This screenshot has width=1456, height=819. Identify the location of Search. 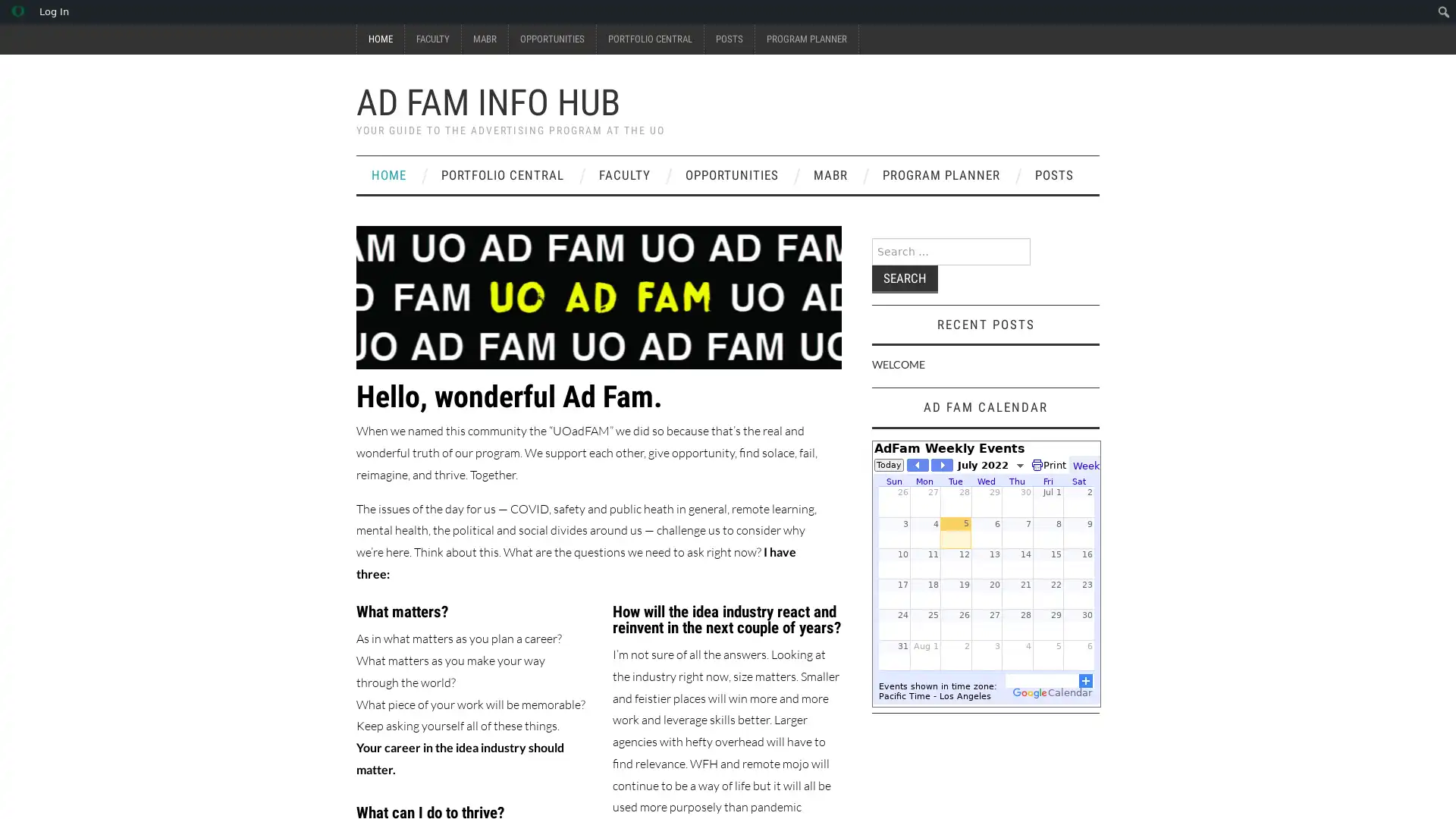
(905, 279).